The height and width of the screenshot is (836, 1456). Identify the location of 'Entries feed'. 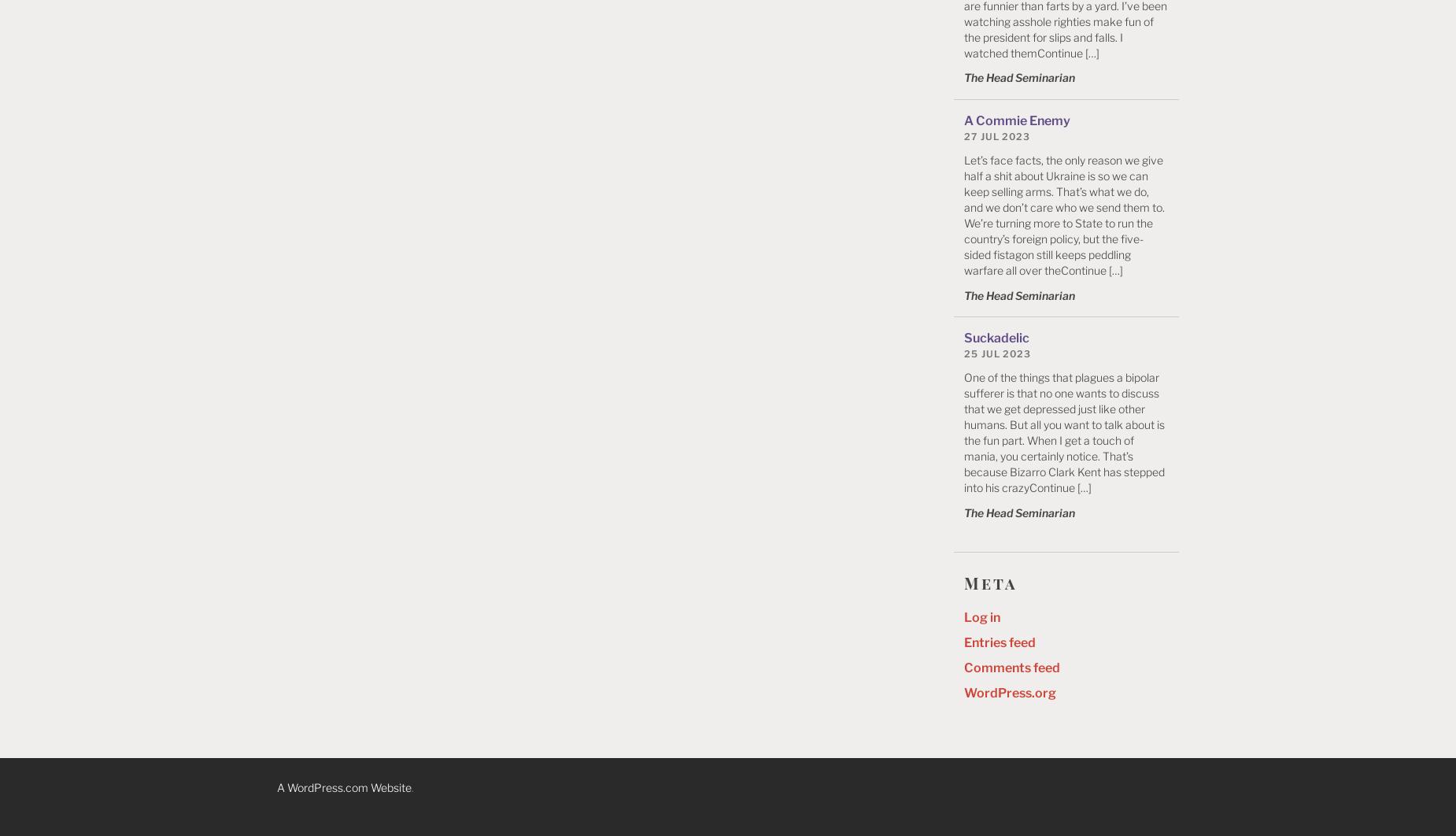
(999, 642).